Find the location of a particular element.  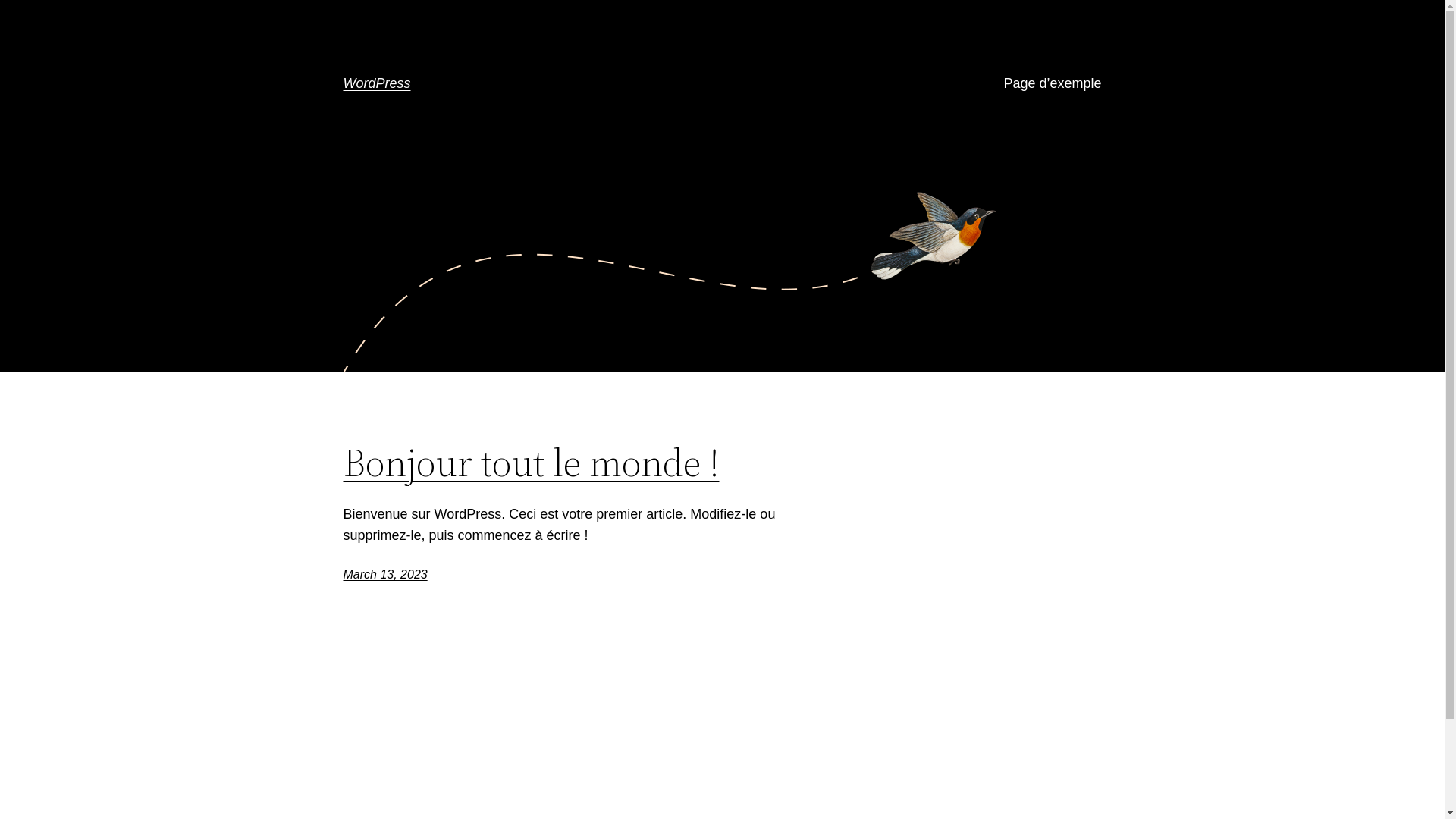

'WordPress' is located at coordinates (376, 83).